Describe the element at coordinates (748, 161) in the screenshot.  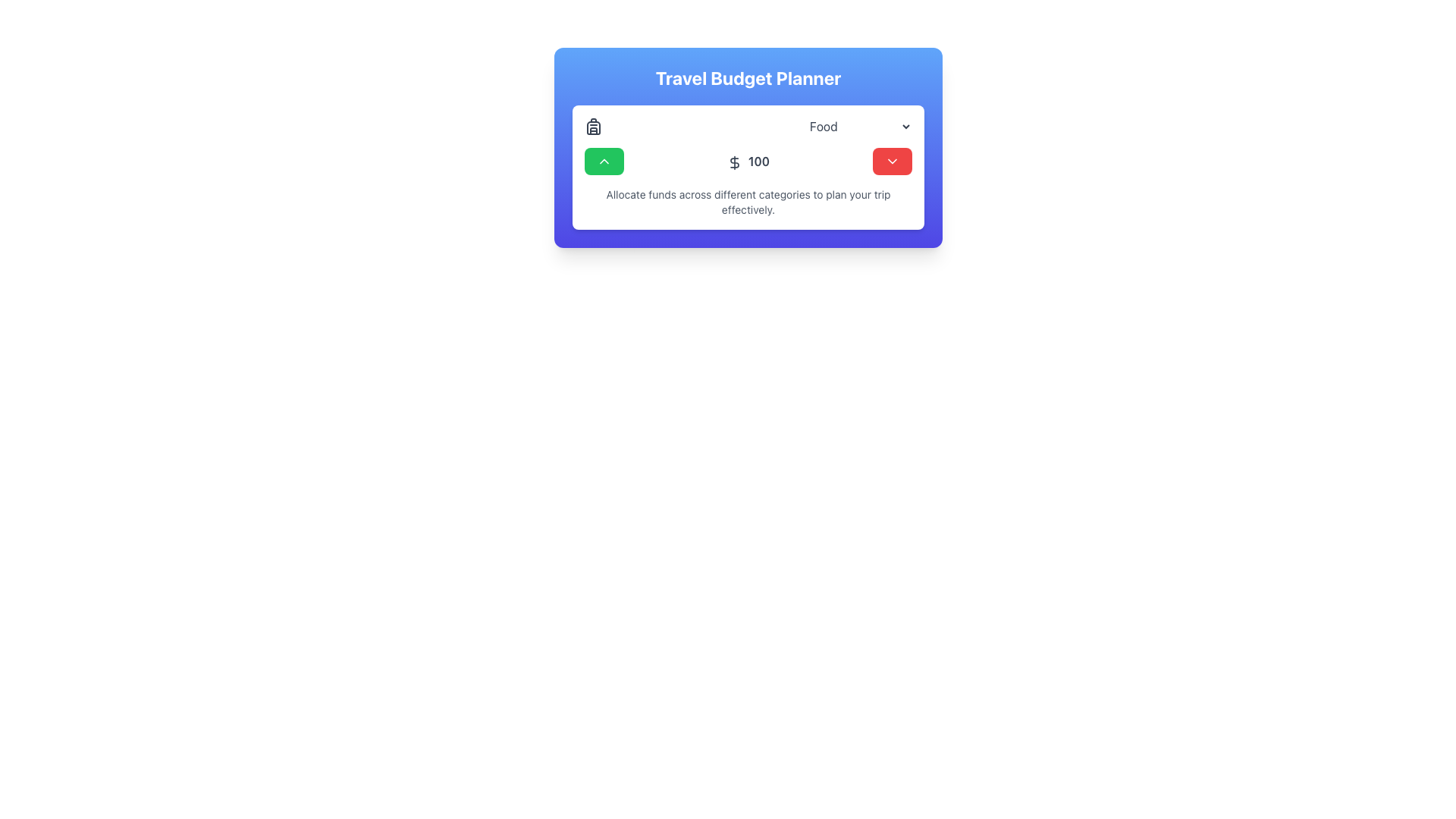
I see `displayed value of the bold text showing the number '100', which is the main numeric display flanked by a green button with an upwards arrow on the left and a red button with a downwards arrow on the right` at that location.